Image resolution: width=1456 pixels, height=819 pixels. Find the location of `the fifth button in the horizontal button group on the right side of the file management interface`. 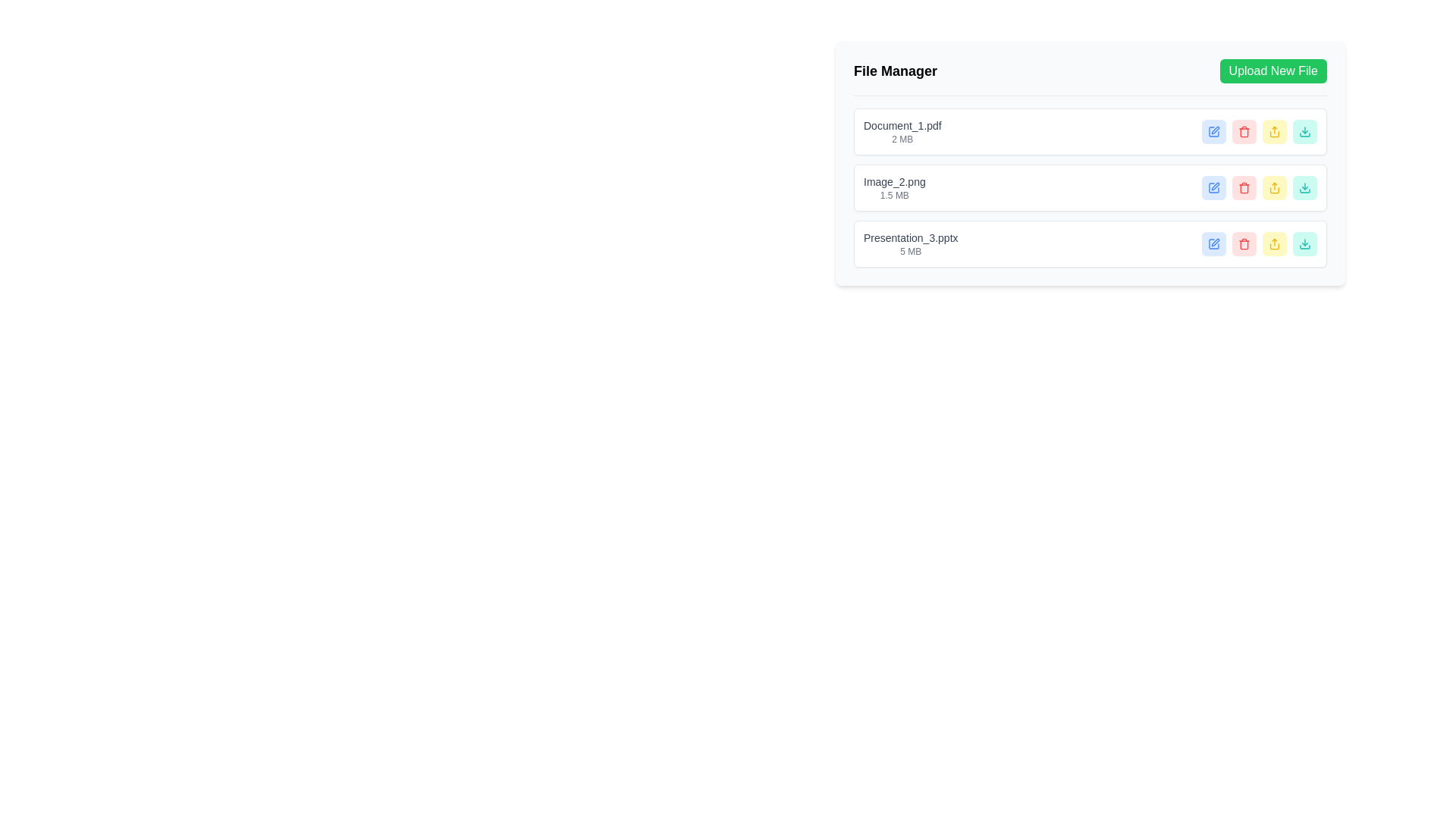

the fifth button in the horizontal button group on the right side of the file management interface is located at coordinates (1274, 243).